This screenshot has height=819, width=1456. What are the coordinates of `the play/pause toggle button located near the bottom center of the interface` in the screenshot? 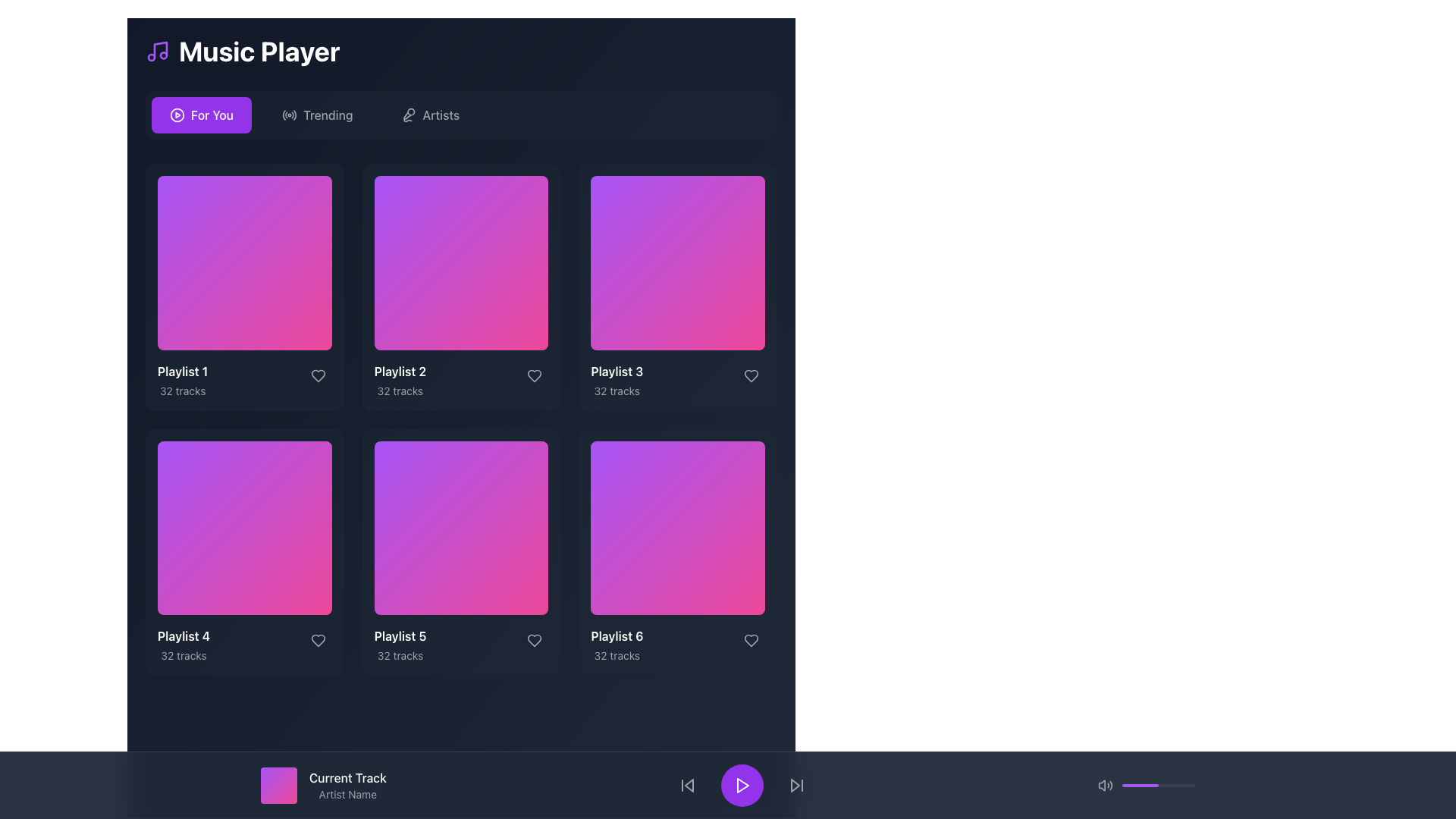 It's located at (742, 785).